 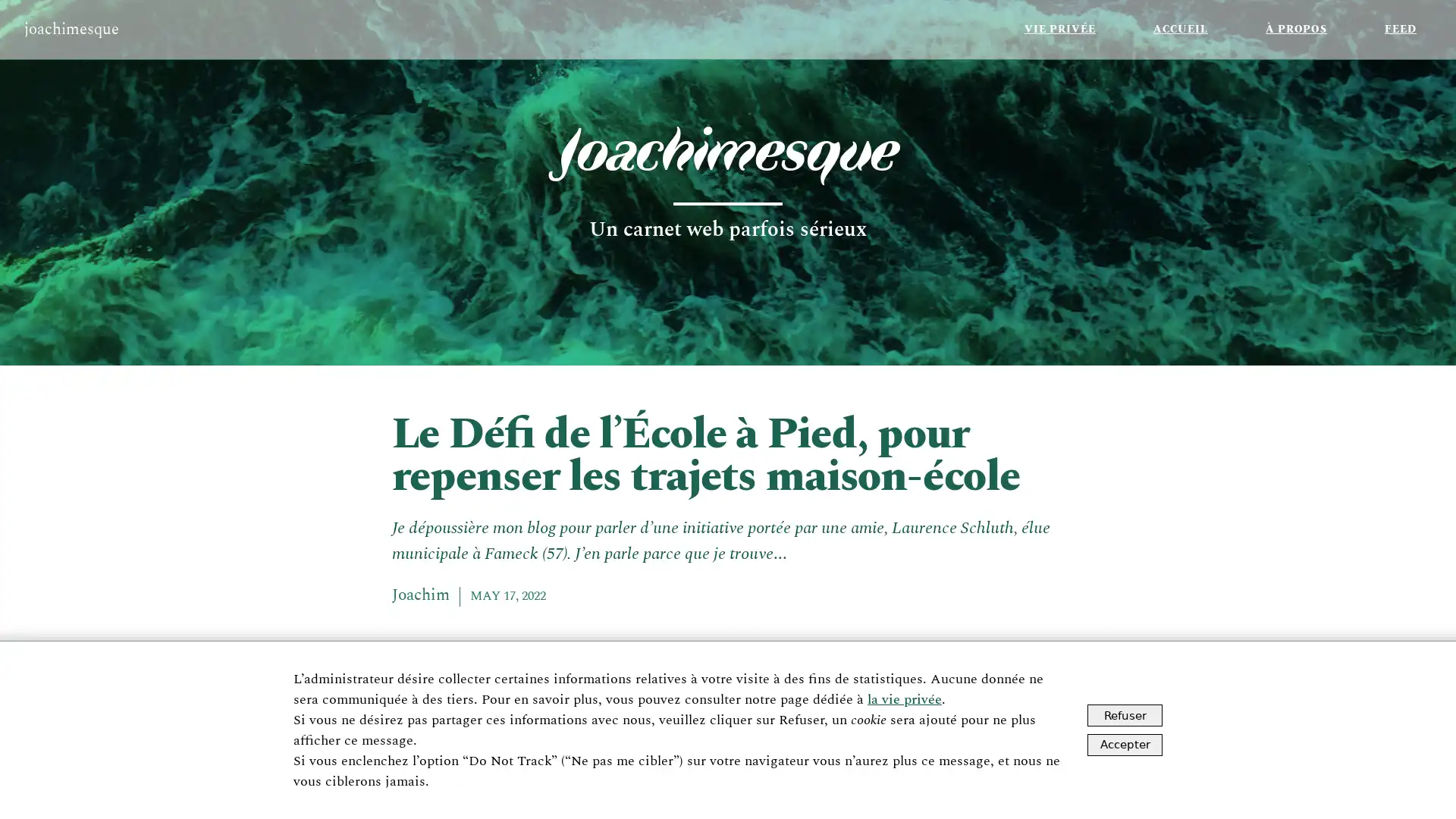 What do you see at coordinates (1125, 715) in the screenshot?
I see `Refuser` at bounding box center [1125, 715].